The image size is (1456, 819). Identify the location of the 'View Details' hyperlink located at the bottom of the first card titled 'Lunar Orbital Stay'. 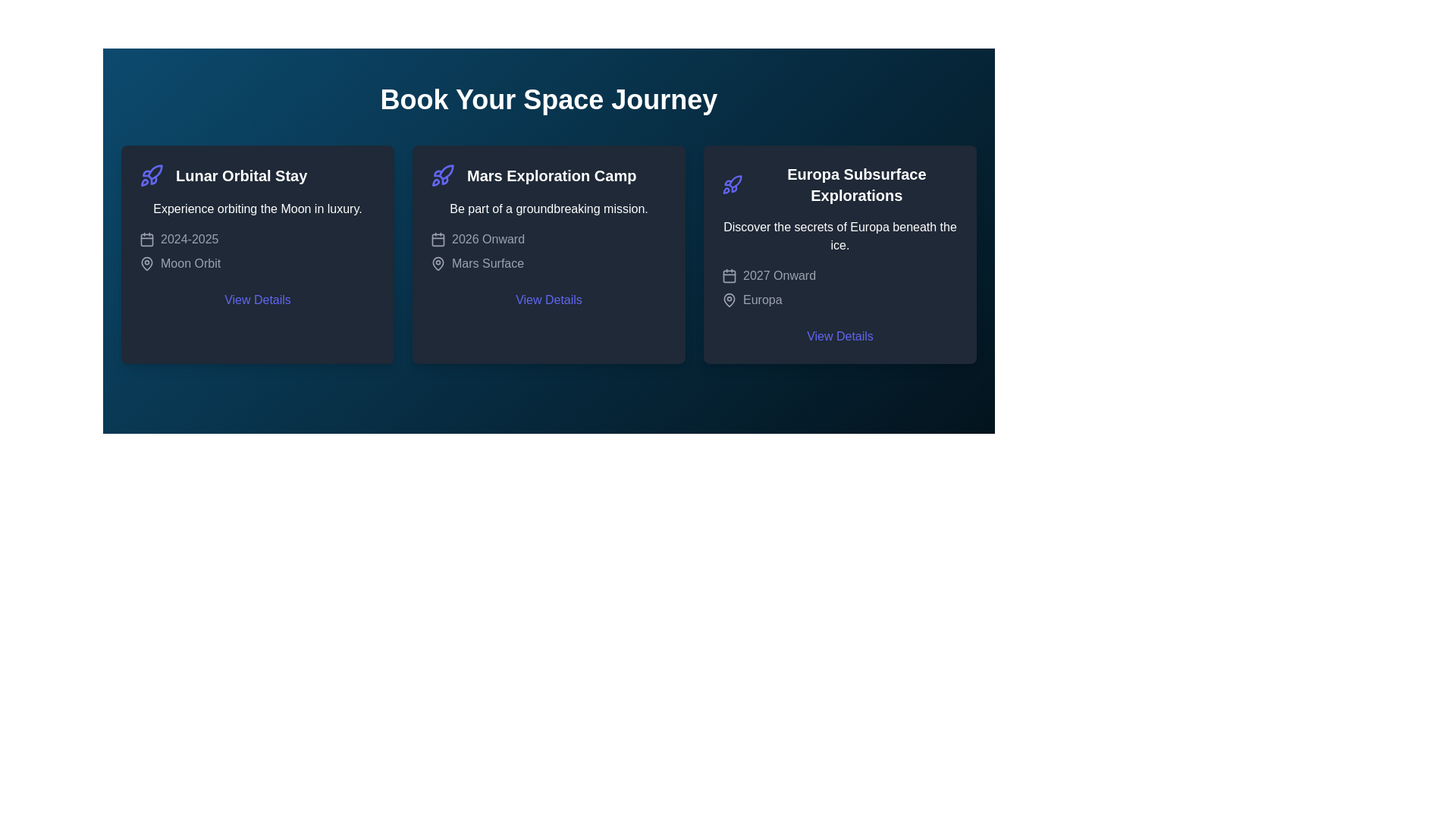
(258, 300).